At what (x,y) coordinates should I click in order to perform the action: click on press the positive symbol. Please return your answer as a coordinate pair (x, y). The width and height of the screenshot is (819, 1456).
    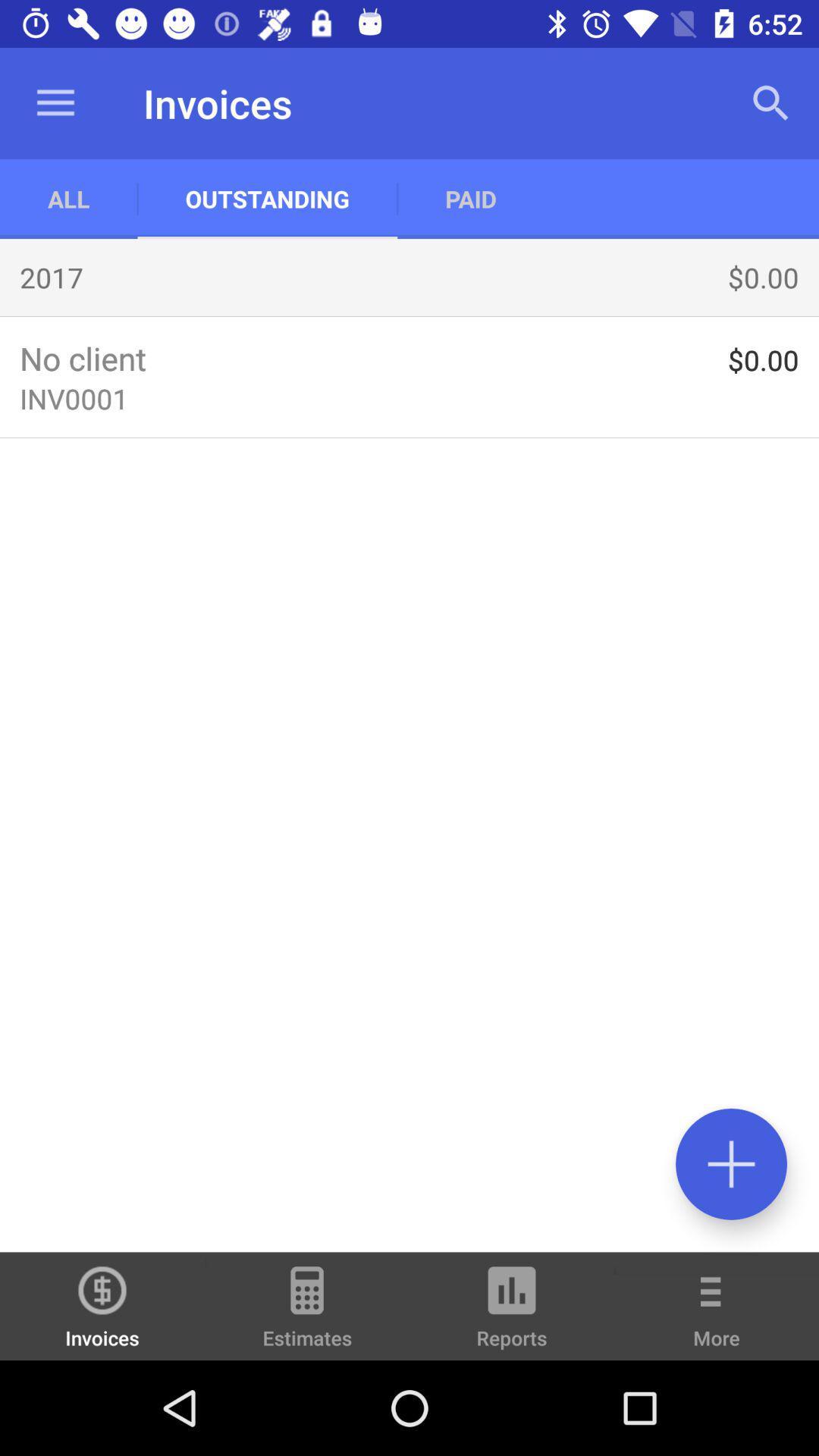
    Looking at the image, I should click on (730, 1163).